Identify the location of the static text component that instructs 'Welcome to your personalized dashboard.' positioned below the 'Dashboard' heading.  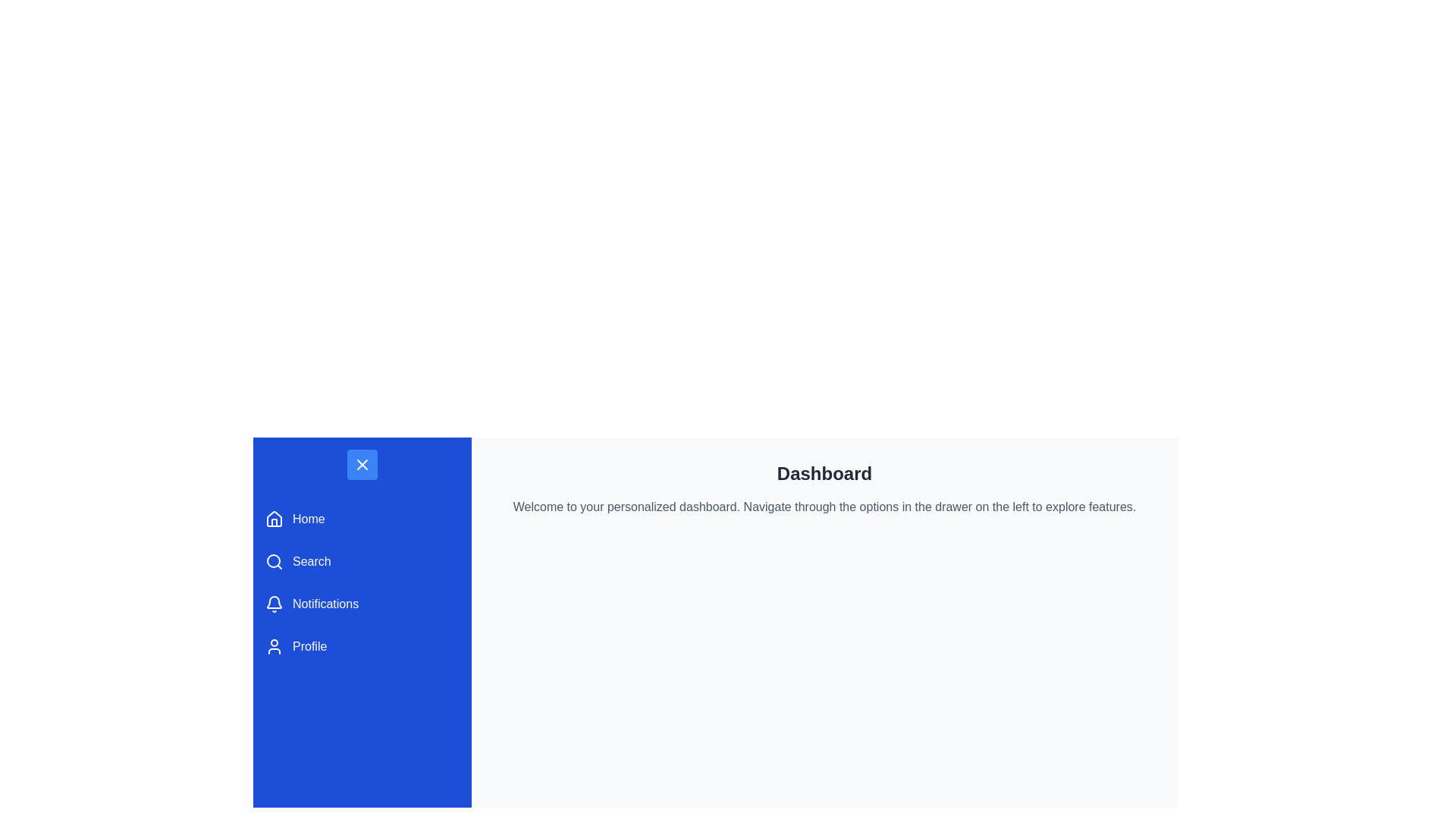
(824, 507).